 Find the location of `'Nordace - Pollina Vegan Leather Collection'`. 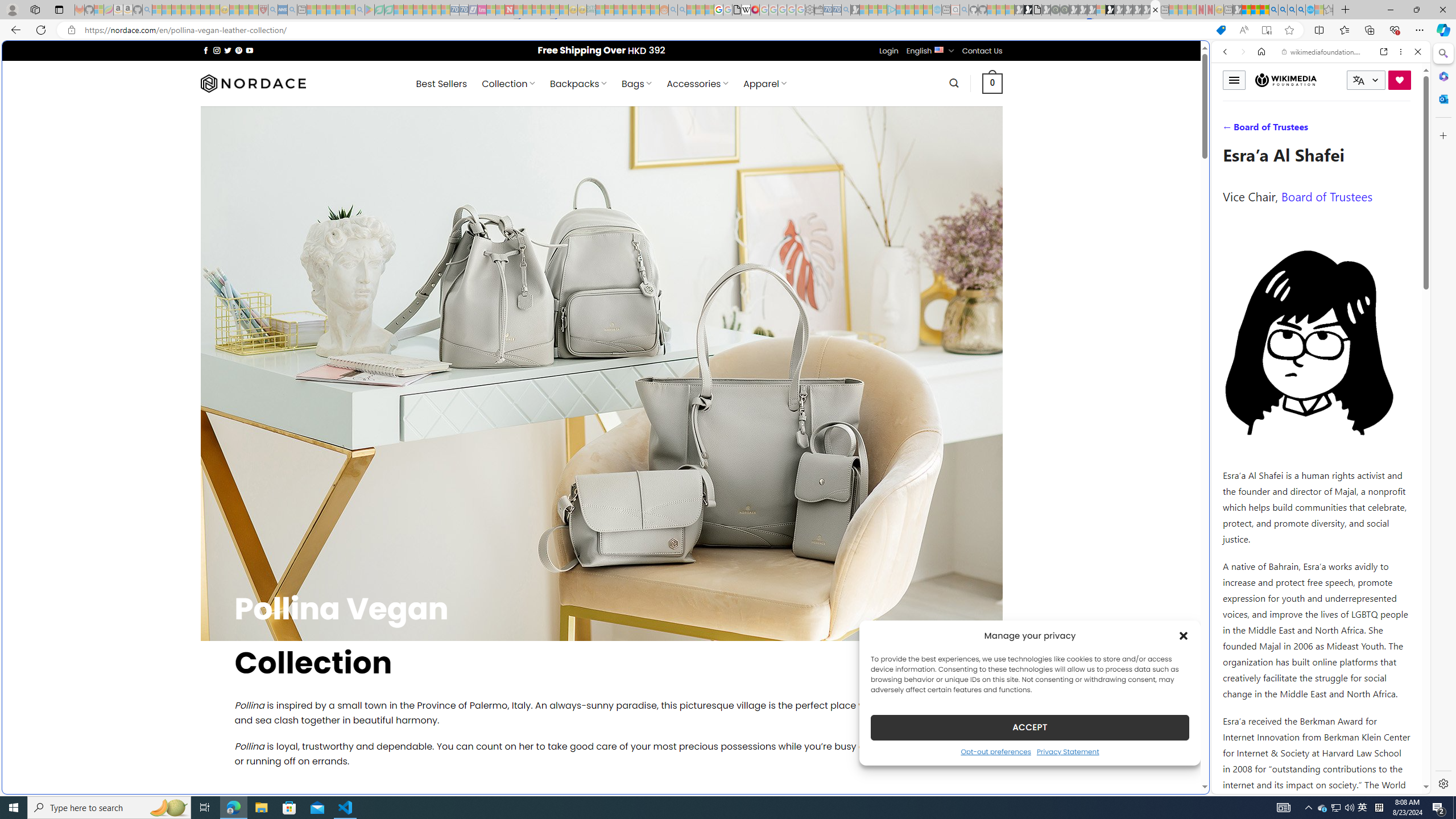

'Nordace - Pollina Vegan Leather Collection' is located at coordinates (1155, 9).